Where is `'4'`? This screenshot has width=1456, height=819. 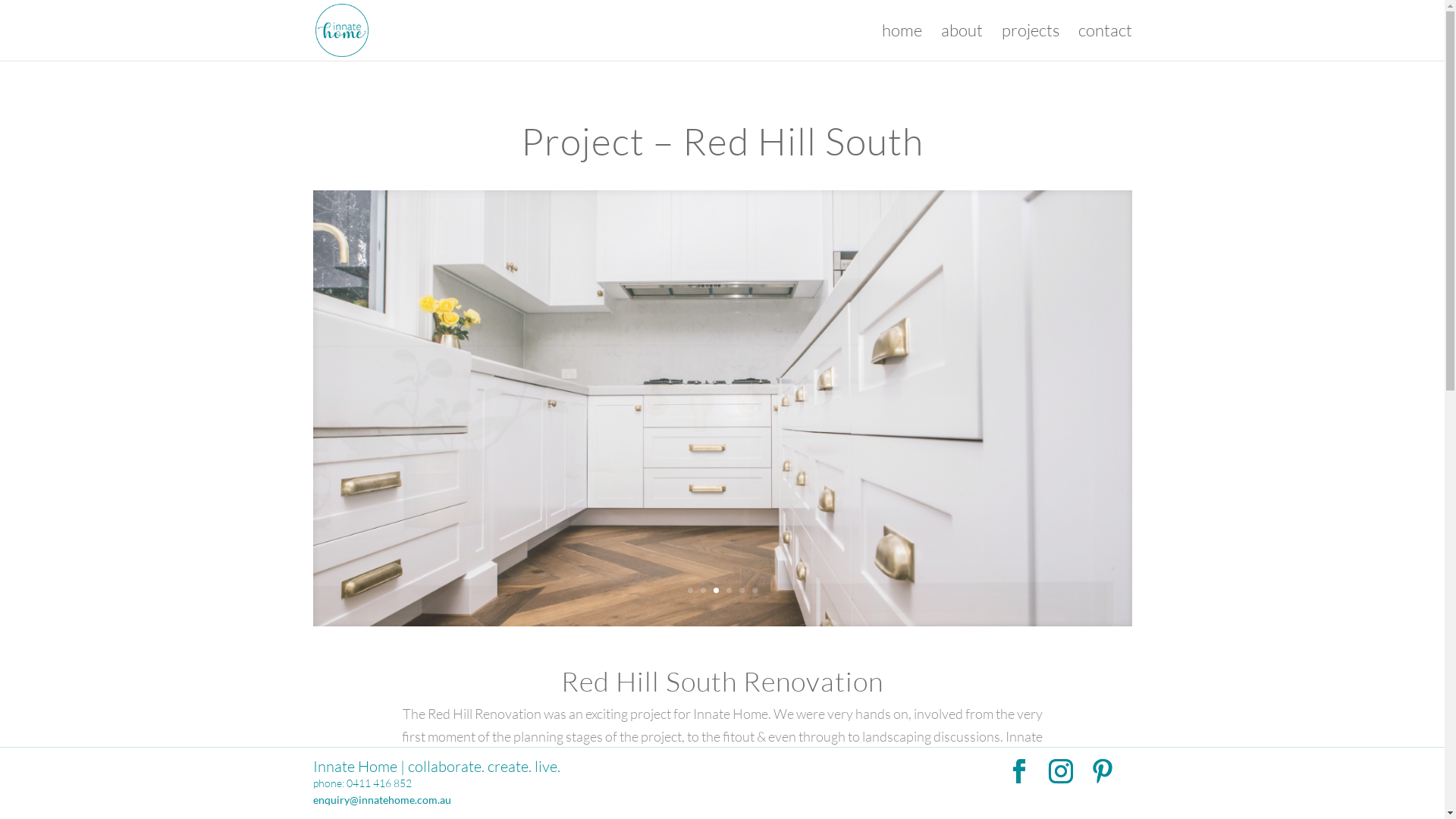
'4' is located at coordinates (729, 589).